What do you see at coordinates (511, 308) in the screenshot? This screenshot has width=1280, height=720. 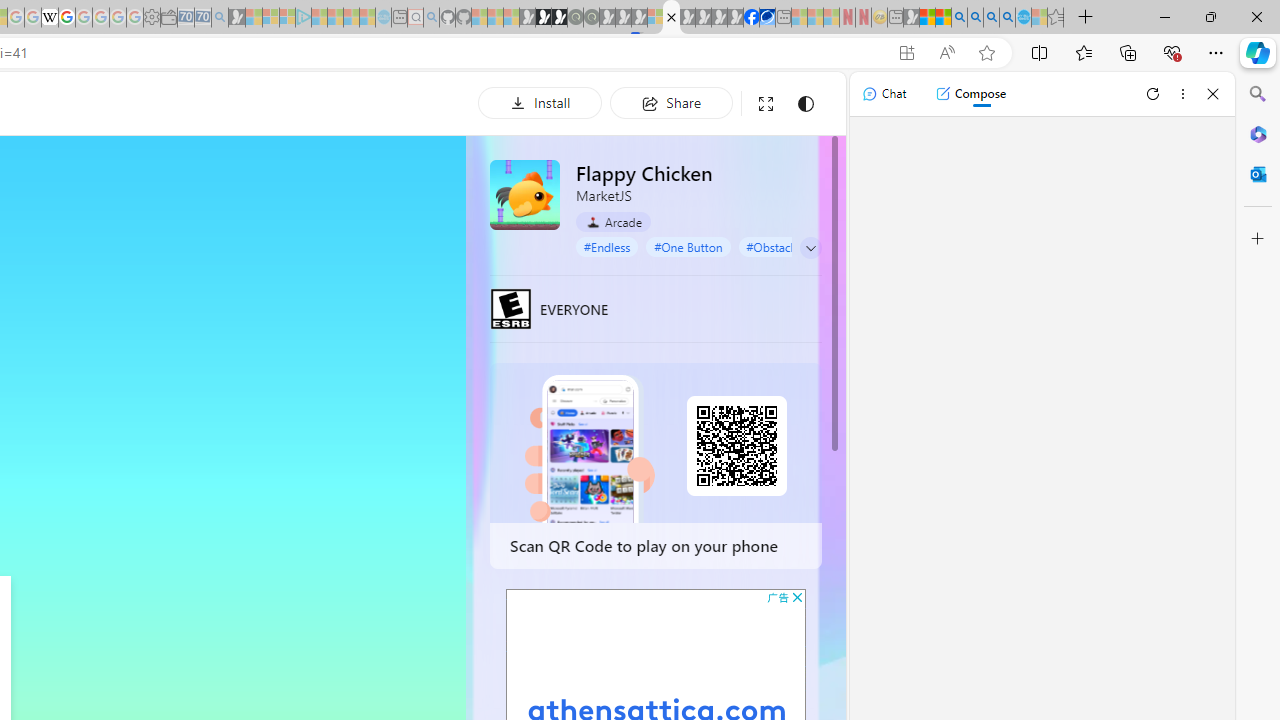 I see `'EVERYONE'` at bounding box center [511, 308].